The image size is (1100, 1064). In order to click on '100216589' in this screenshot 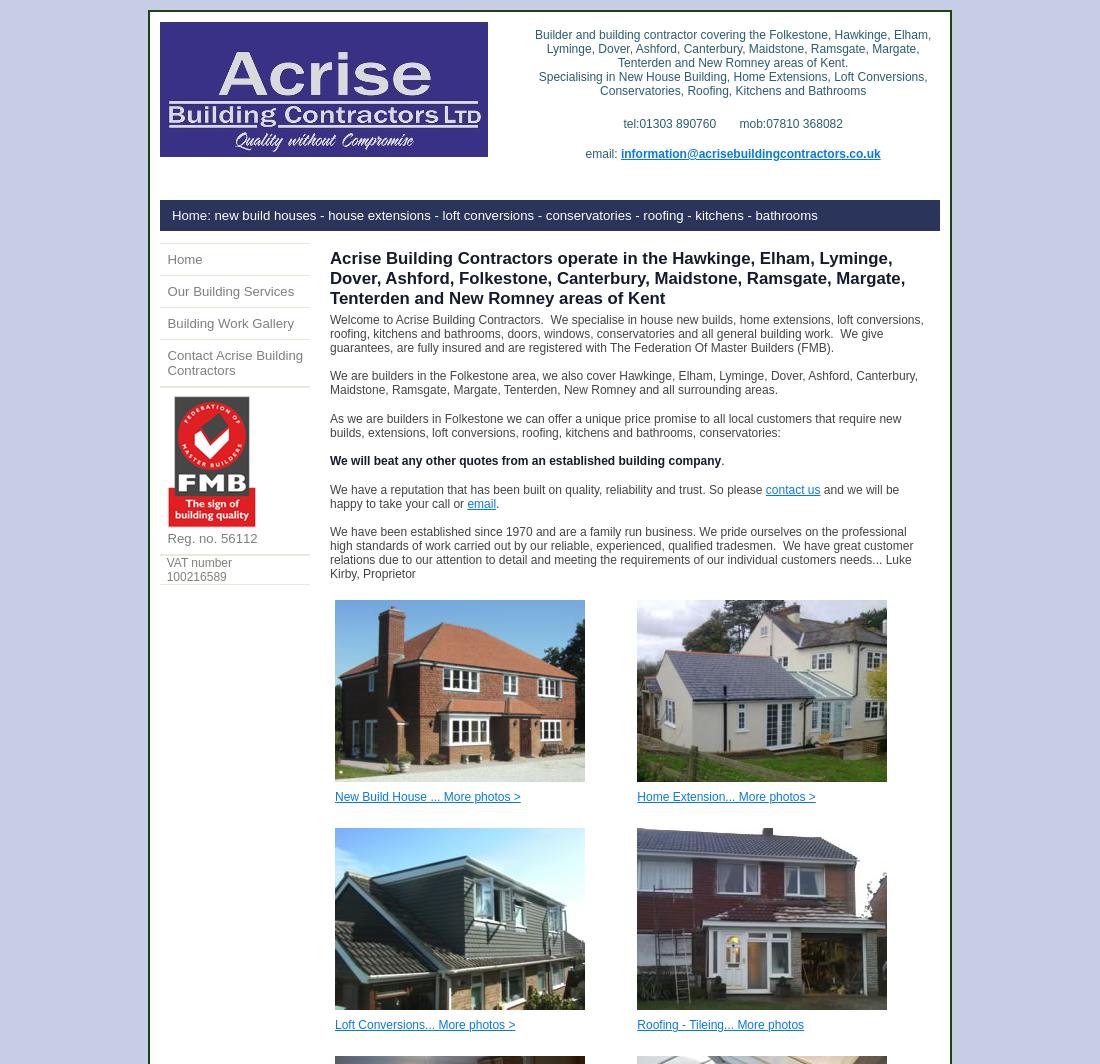, I will do `click(192, 577)`.